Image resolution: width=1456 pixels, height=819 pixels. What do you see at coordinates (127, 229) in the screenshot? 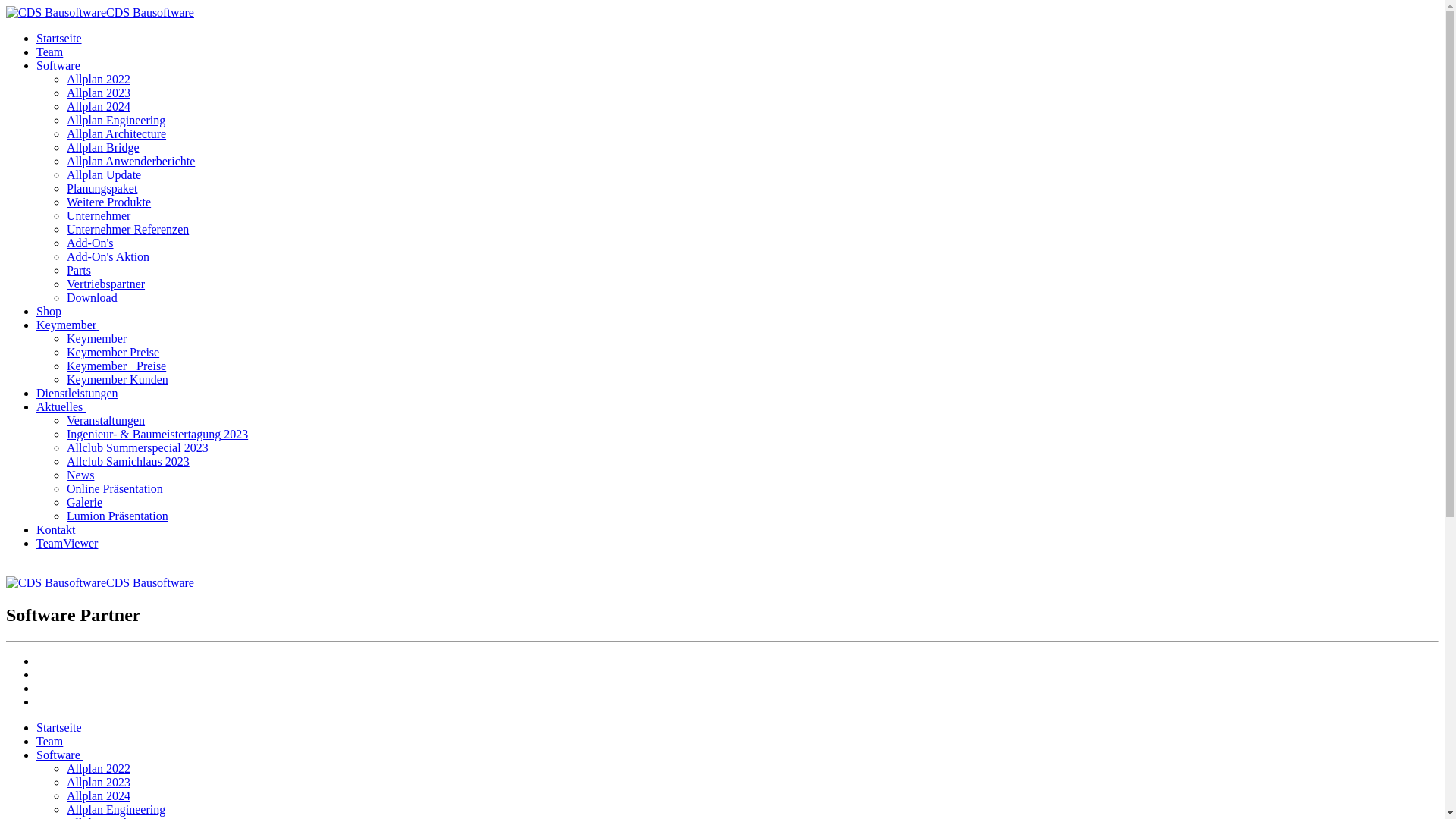
I see `'Unternehmer Referenzen'` at bounding box center [127, 229].